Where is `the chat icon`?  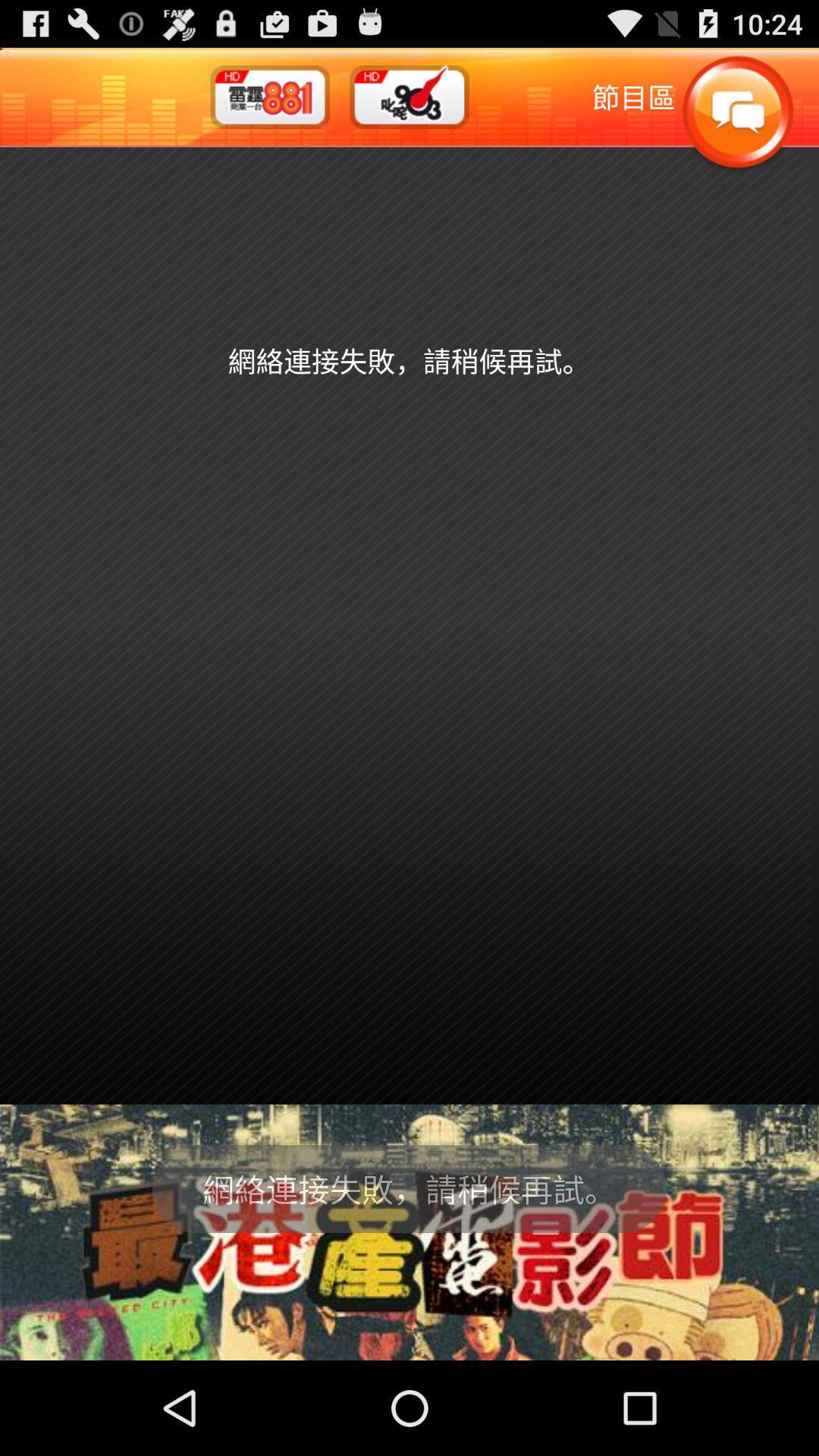 the chat icon is located at coordinates (736, 121).